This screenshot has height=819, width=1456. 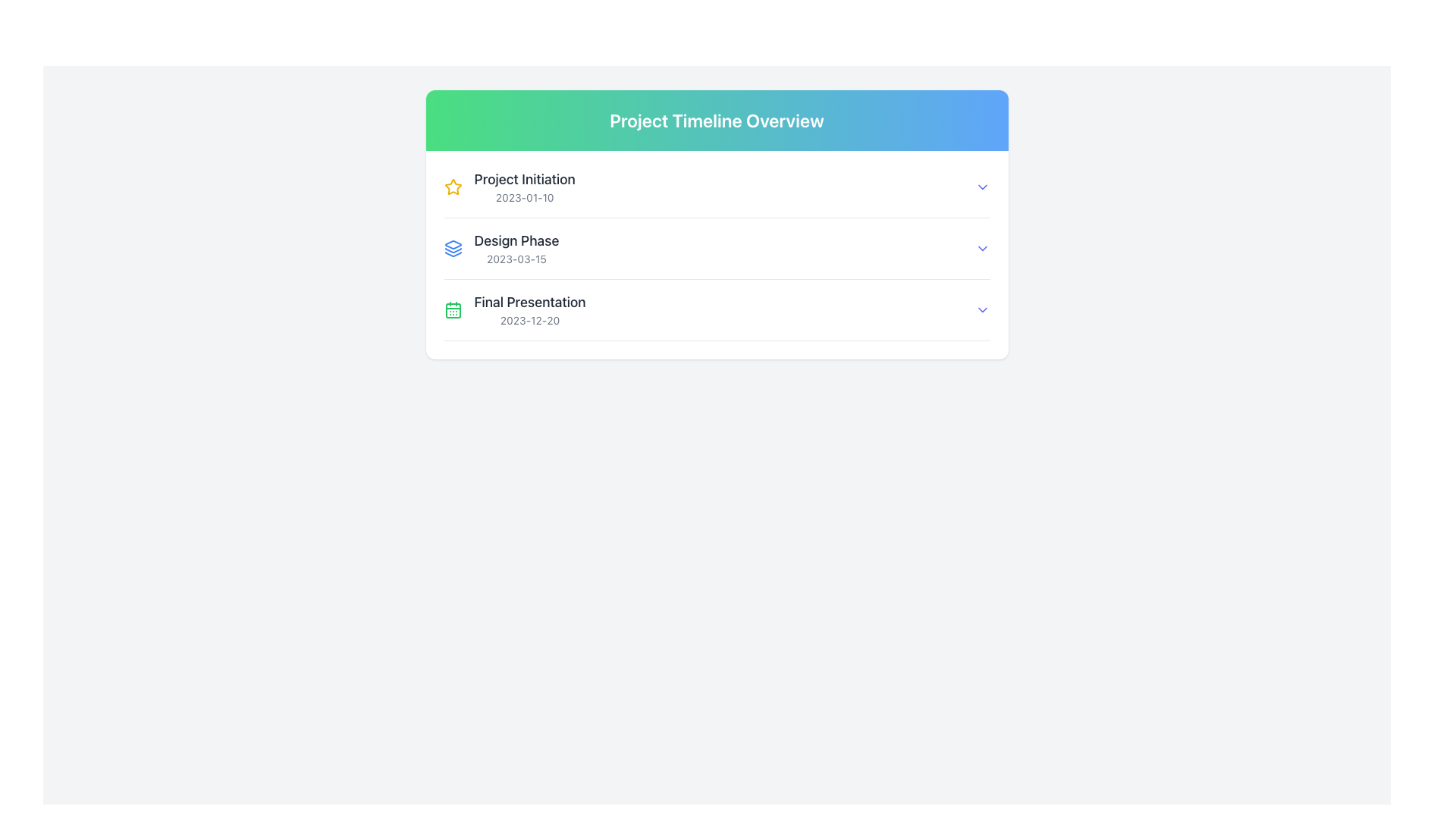 What do you see at coordinates (510, 186) in the screenshot?
I see `the list item labeled 'Project Initiation' with the associated date '2023-01-10'` at bounding box center [510, 186].